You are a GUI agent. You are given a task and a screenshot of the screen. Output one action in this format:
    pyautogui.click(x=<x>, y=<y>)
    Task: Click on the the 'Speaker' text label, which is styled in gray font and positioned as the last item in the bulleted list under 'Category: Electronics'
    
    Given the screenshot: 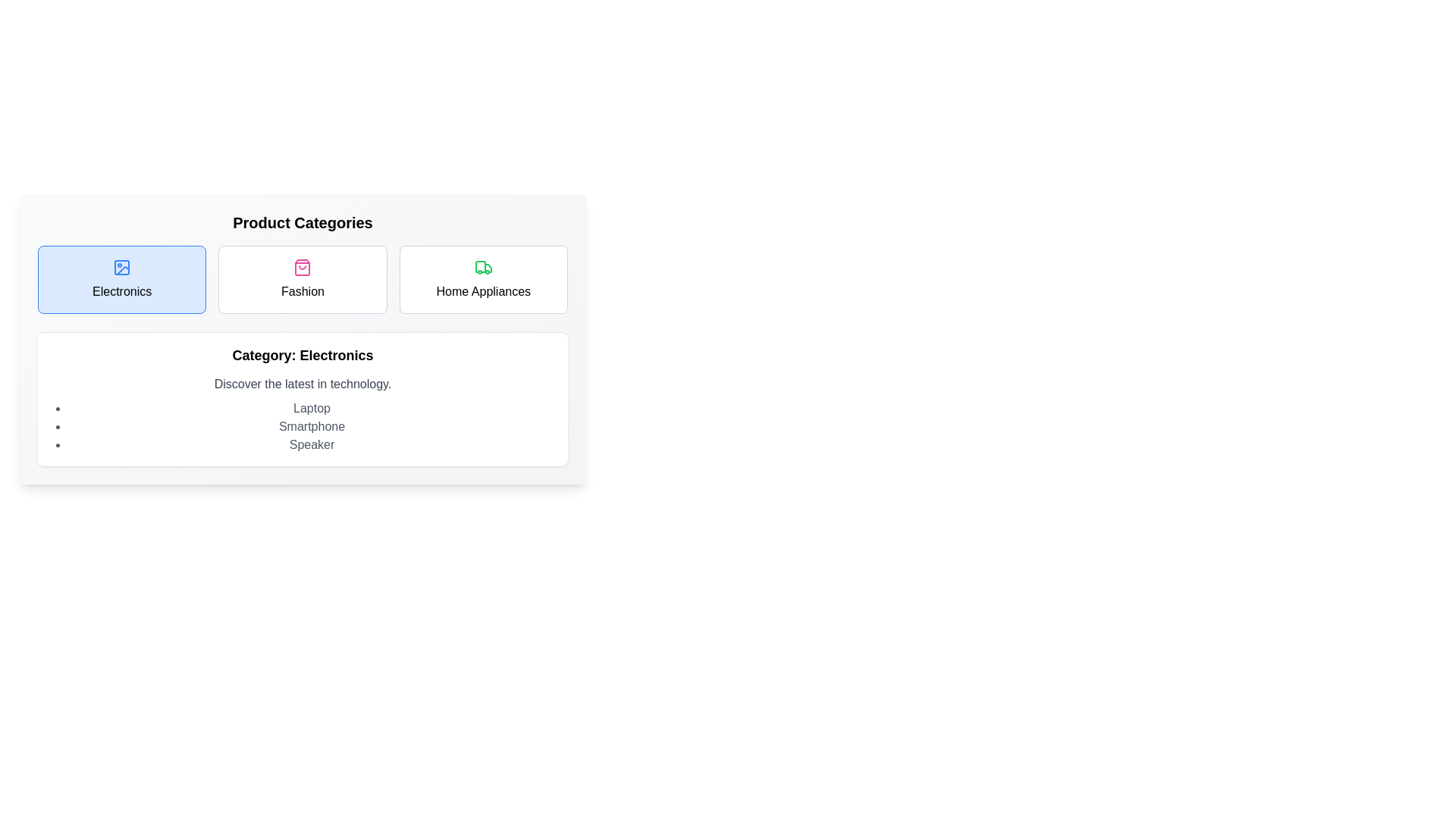 What is the action you would take?
    pyautogui.click(x=311, y=444)
    